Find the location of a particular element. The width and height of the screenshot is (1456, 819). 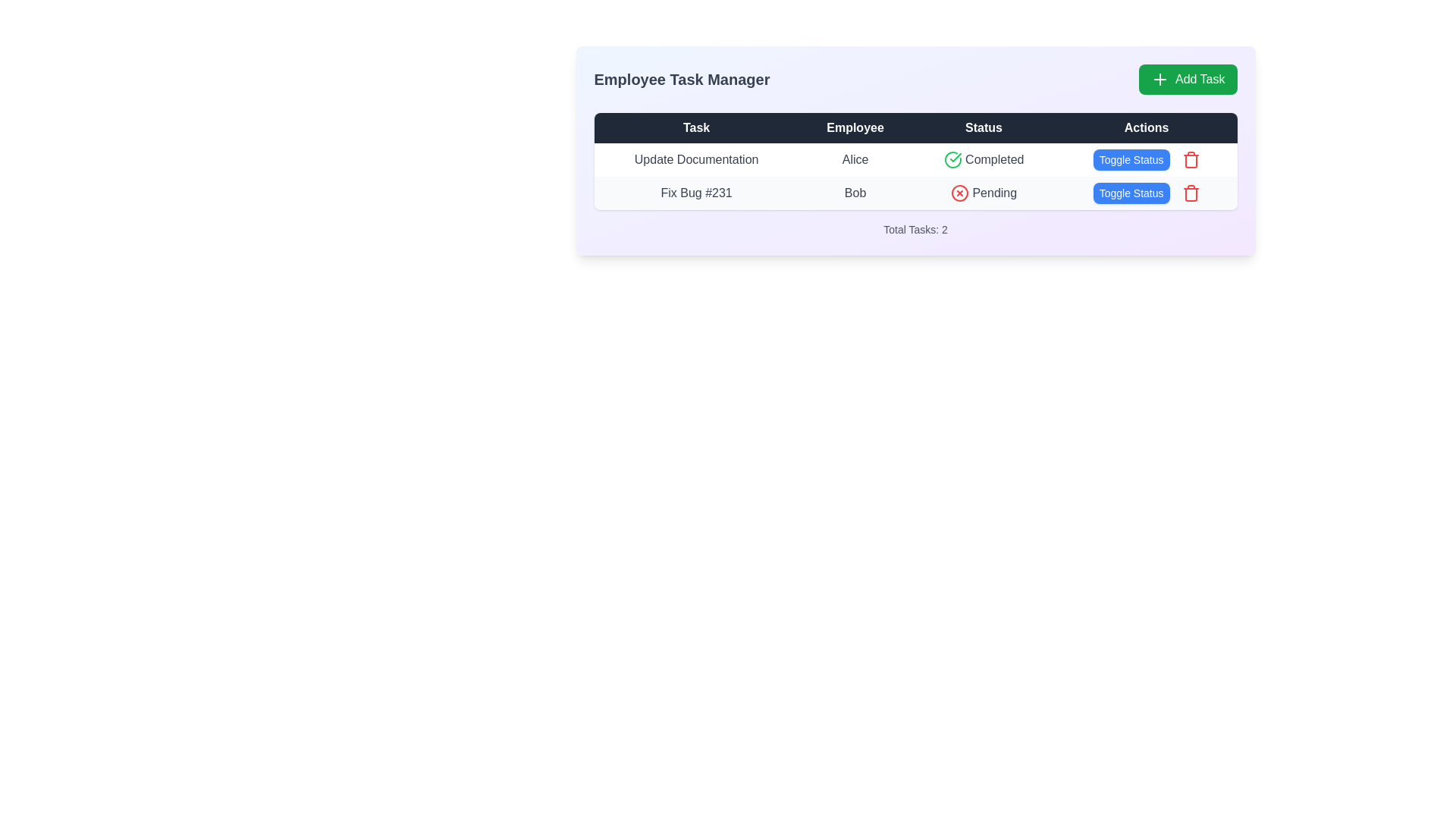

the header label for the 'Task' column in the data table, which is the first label in the row of four labels (Task, Employee, Status, Actions) is located at coordinates (695, 127).